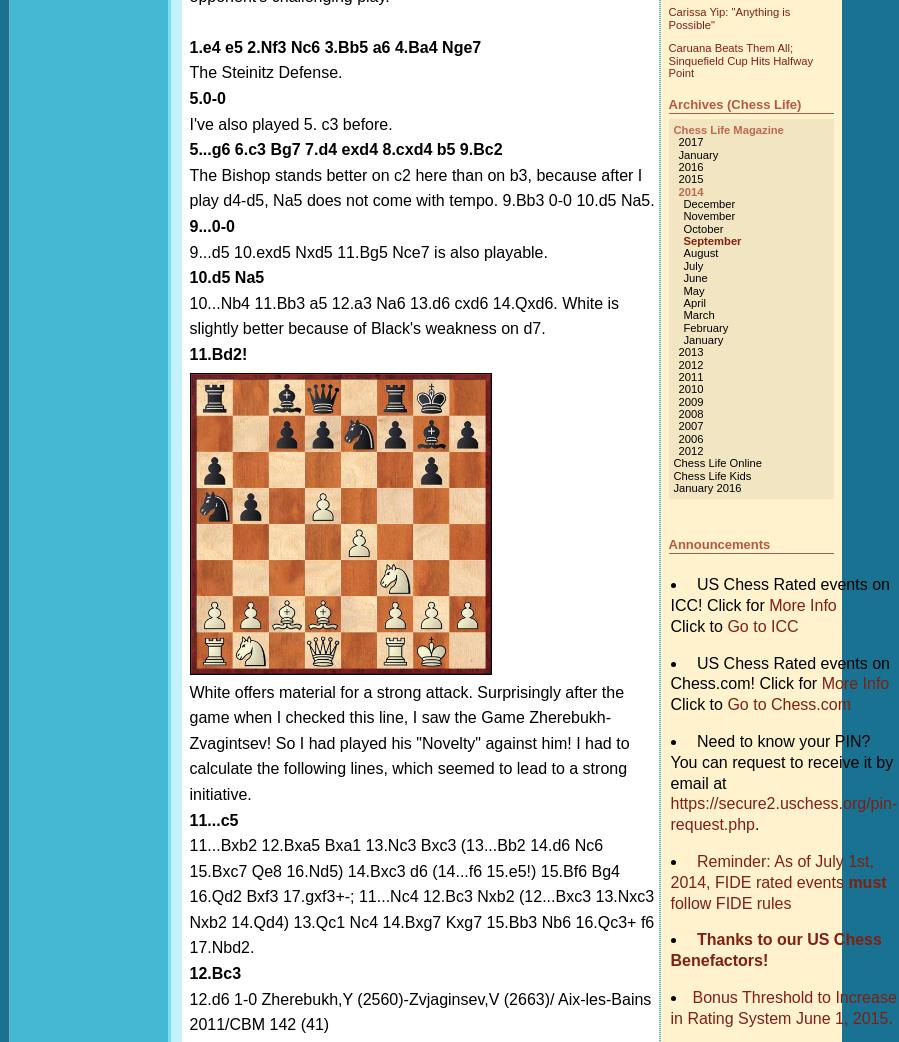 The height and width of the screenshot is (1042, 899). What do you see at coordinates (677, 142) in the screenshot?
I see `'2017'` at bounding box center [677, 142].